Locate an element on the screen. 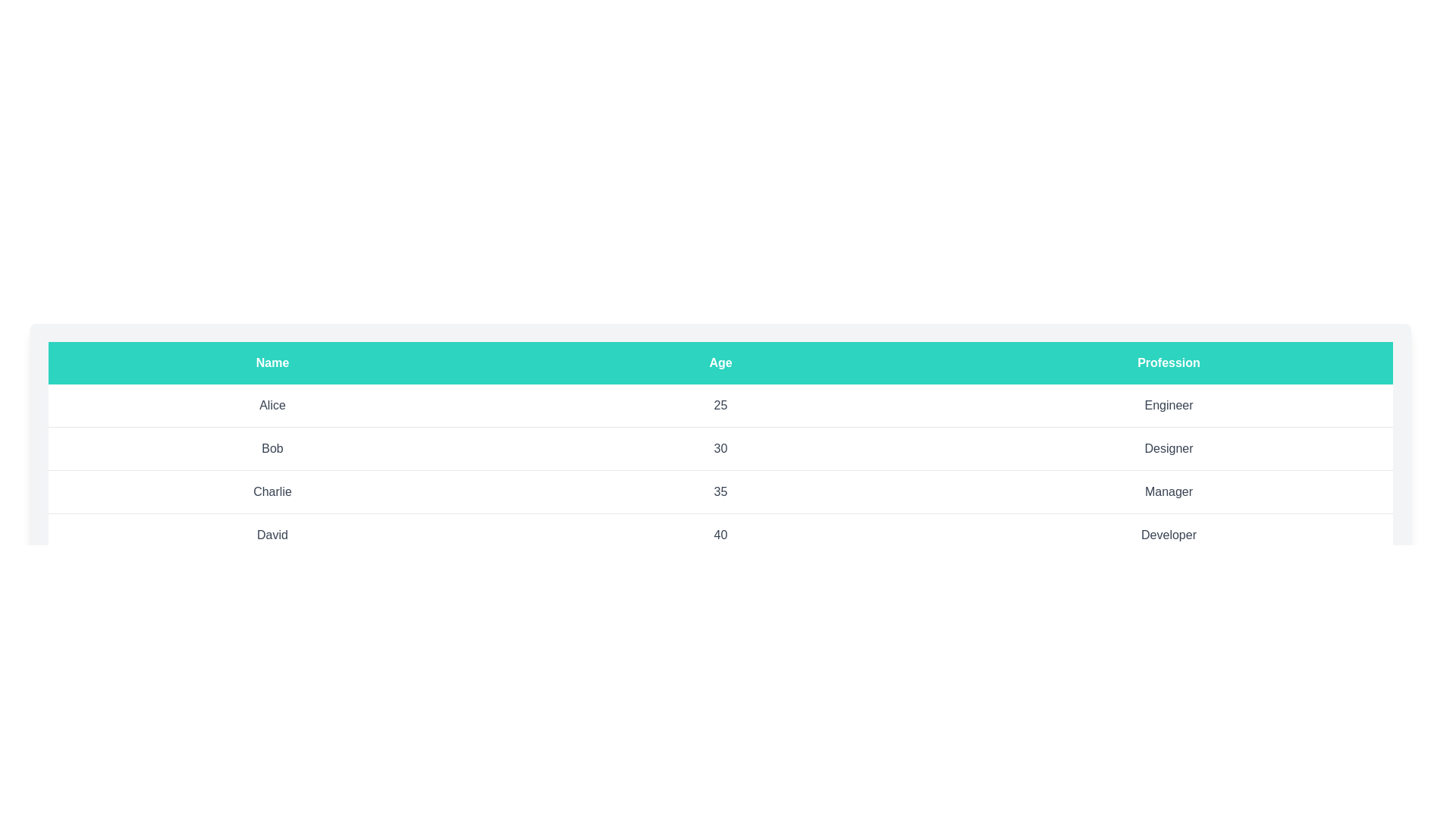 This screenshot has width=1456, height=819. the text element displaying the name 'Bob', located in the second row under the 'Name' column of the table is located at coordinates (272, 447).